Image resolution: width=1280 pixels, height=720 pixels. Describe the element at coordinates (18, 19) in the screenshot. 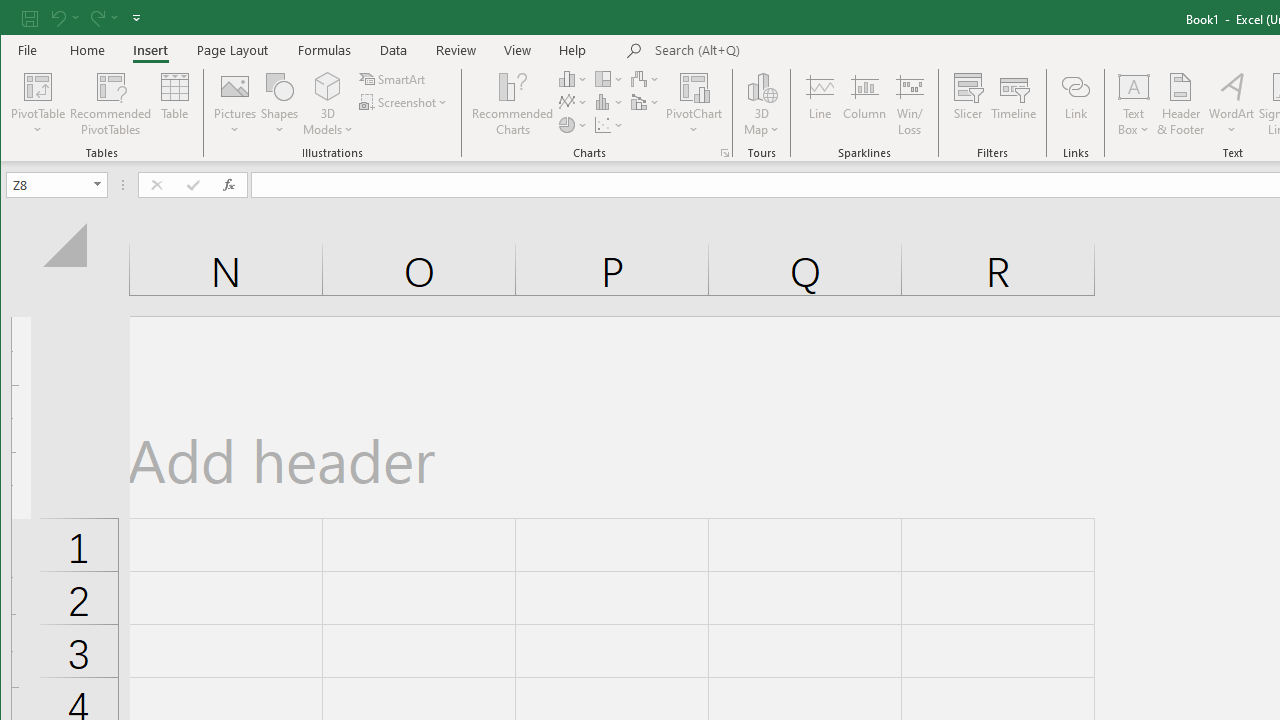

I see `'System'` at that location.